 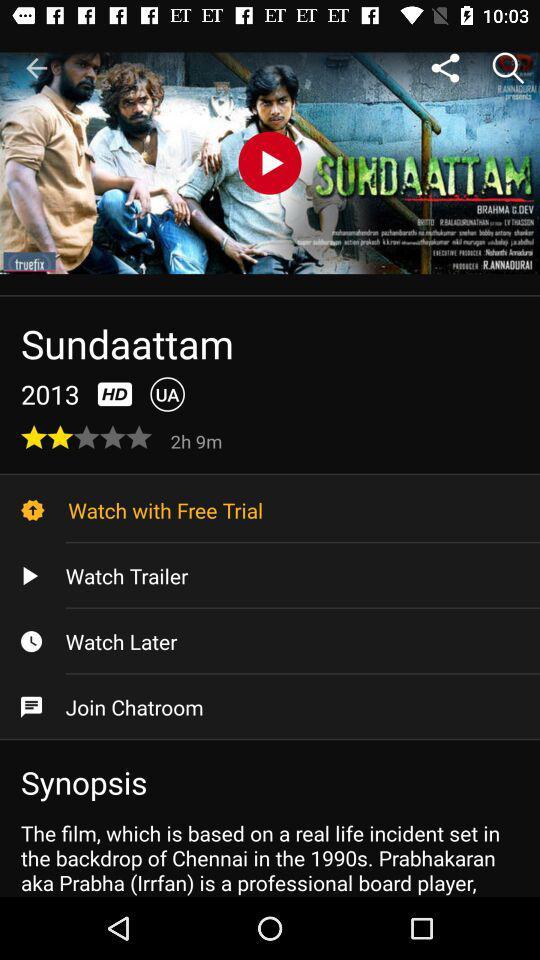 What do you see at coordinates (36, 68) in the screenshot?
I see `icon at the top left corner` at bounding box center [36, 68].